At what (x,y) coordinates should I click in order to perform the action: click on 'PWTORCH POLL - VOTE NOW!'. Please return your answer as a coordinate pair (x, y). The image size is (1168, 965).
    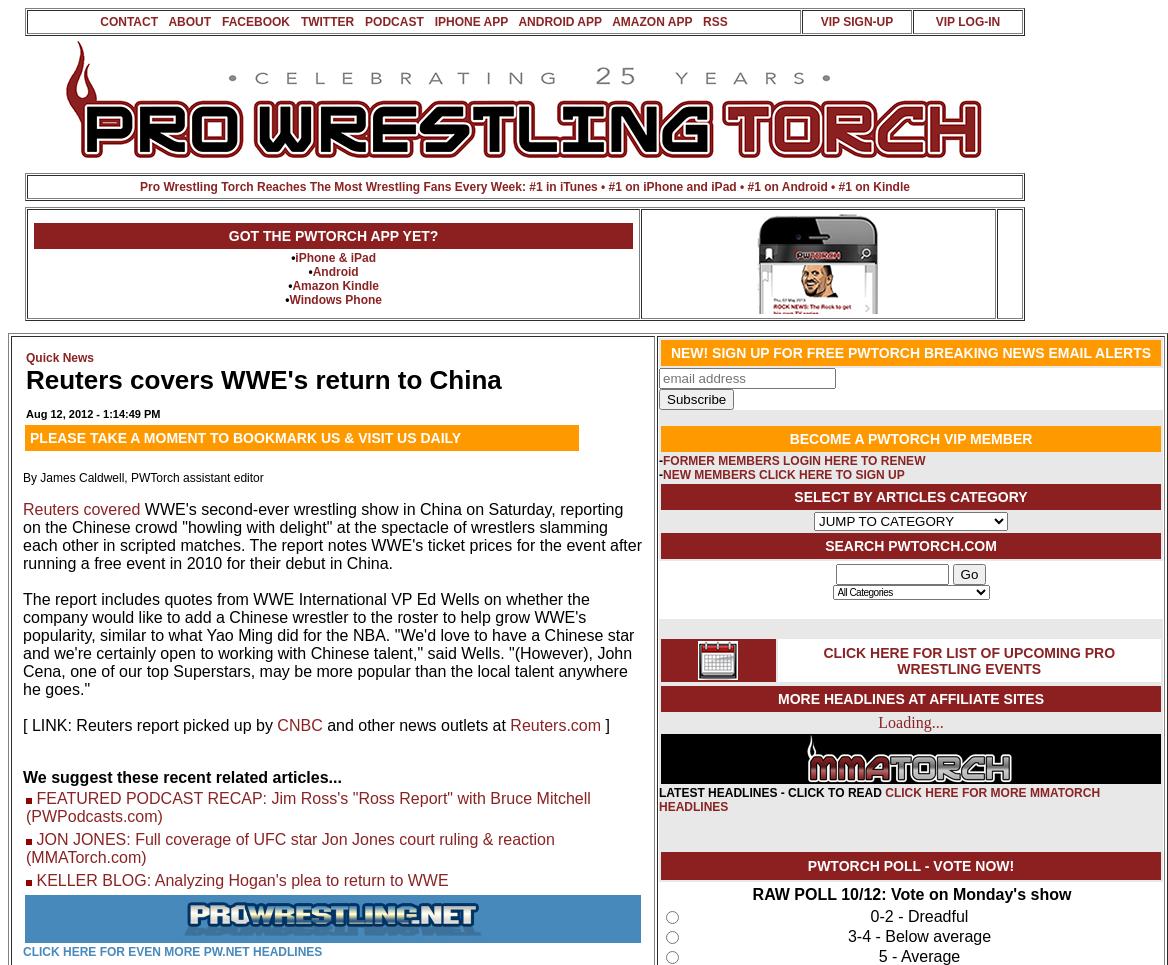
    Looking at the image, I should click on (910, 865).